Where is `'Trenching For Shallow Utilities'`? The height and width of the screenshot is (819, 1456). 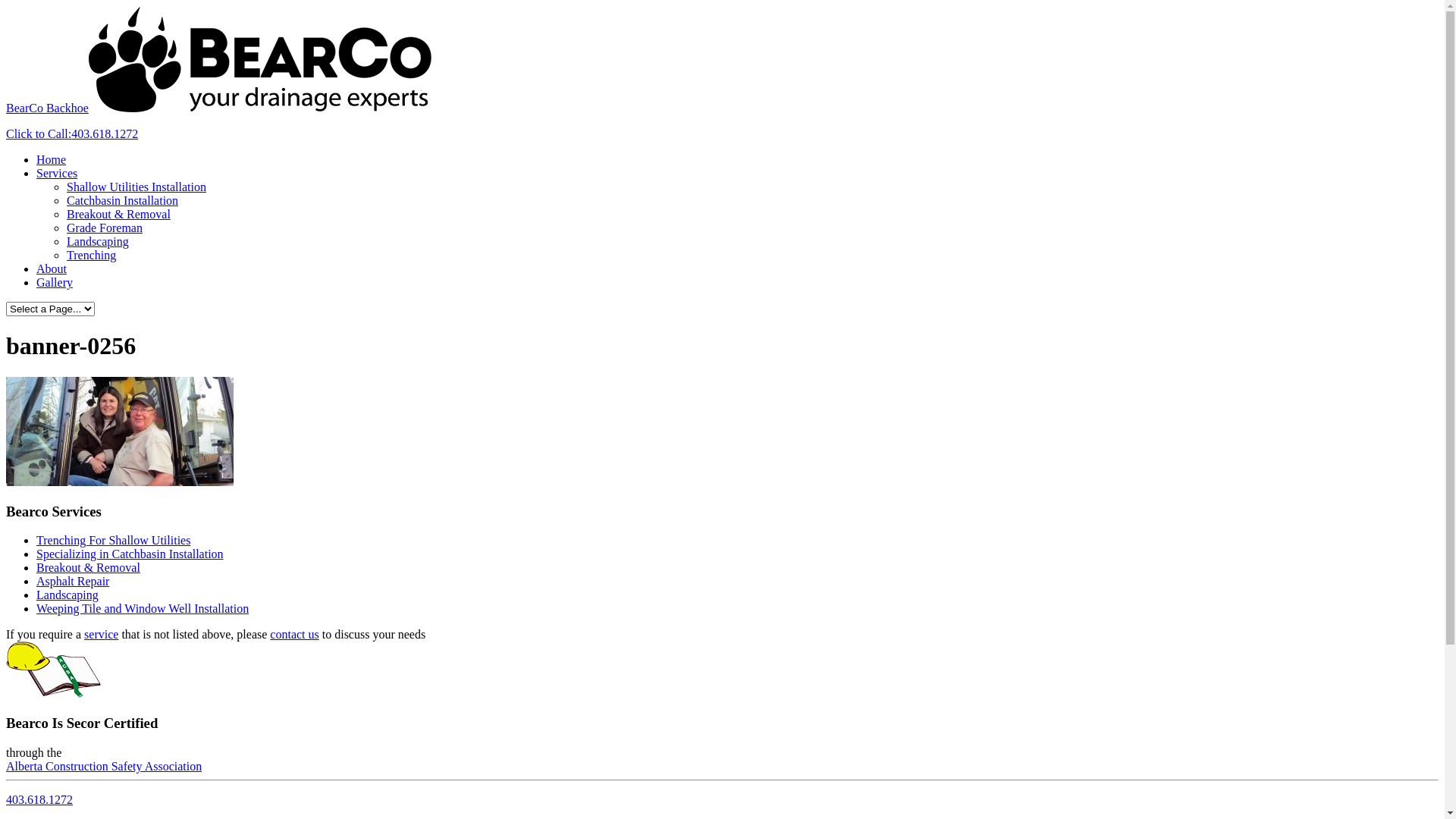 'Trenching For Shallow Utilities' is located at coordinates (112, 539).